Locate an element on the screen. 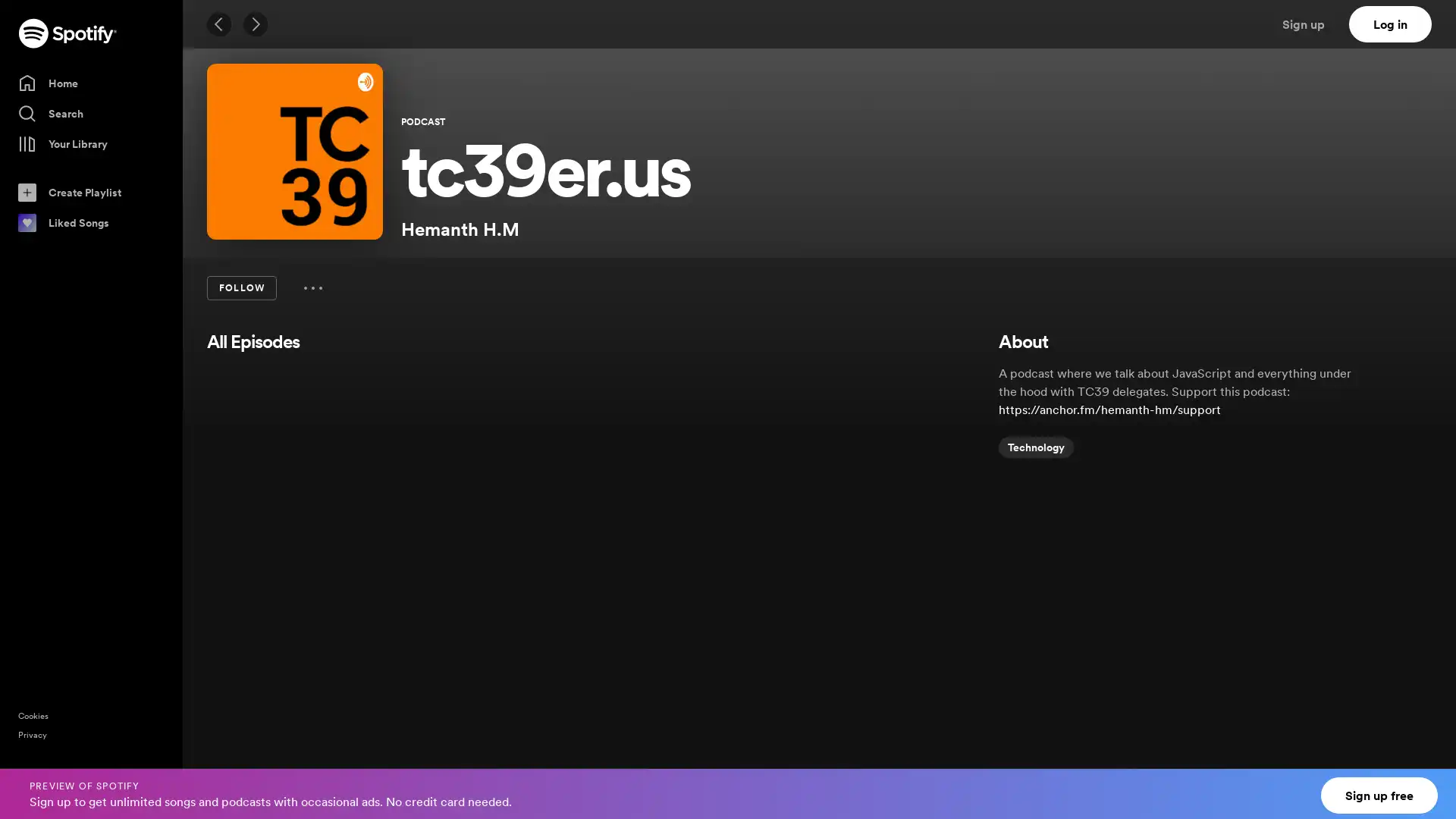 This screenshot has height=819, width=1456. Play Nicolo Ribaudo by tc39er.us is located at coordinates (322, 671).